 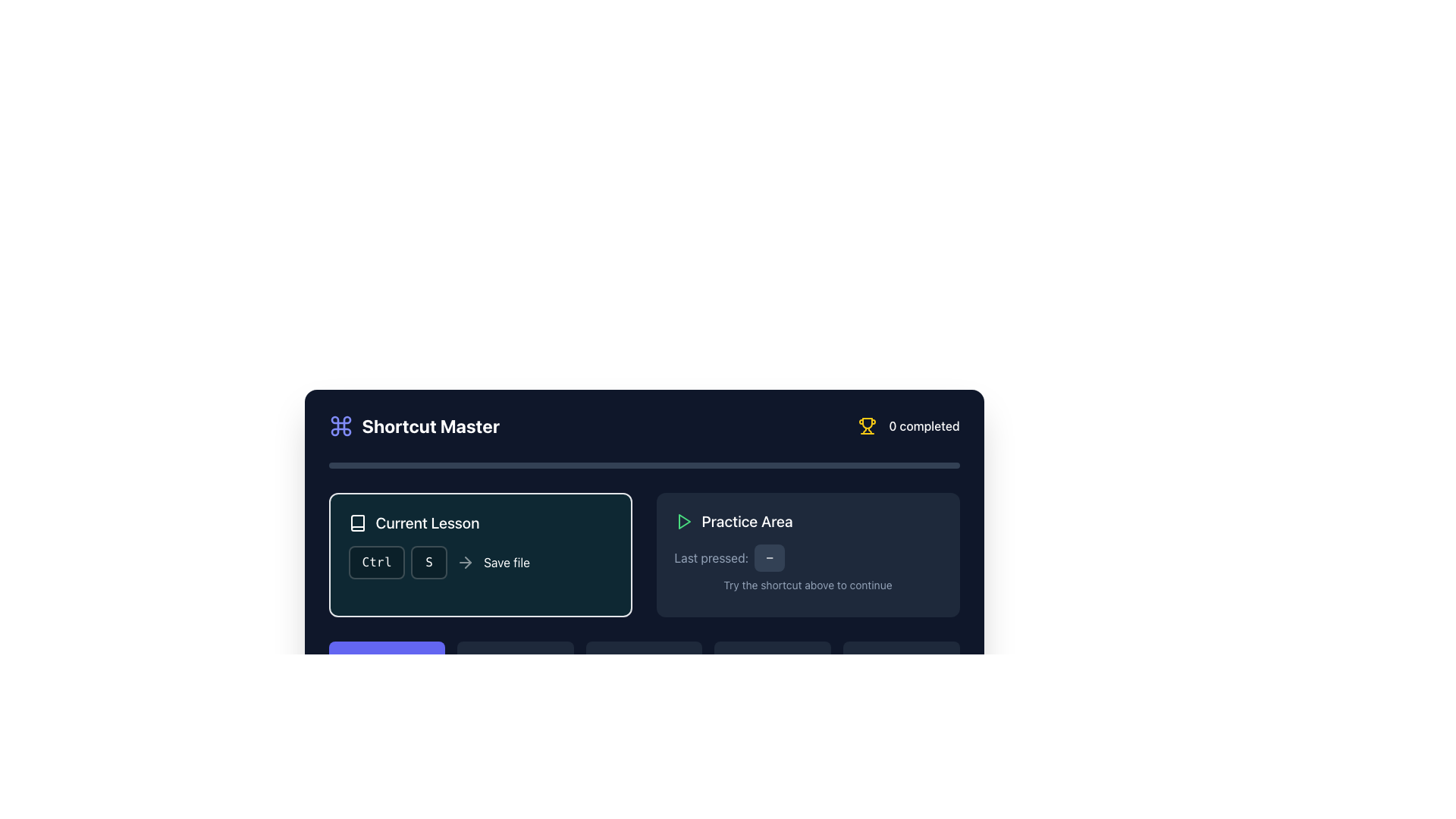 I want to click on the rightward-pointing arrow icon next to the 'Save file' text, located in the 'Current Lesson' section, immediately to the right of the 'S' button, so click(x=465, y=562).